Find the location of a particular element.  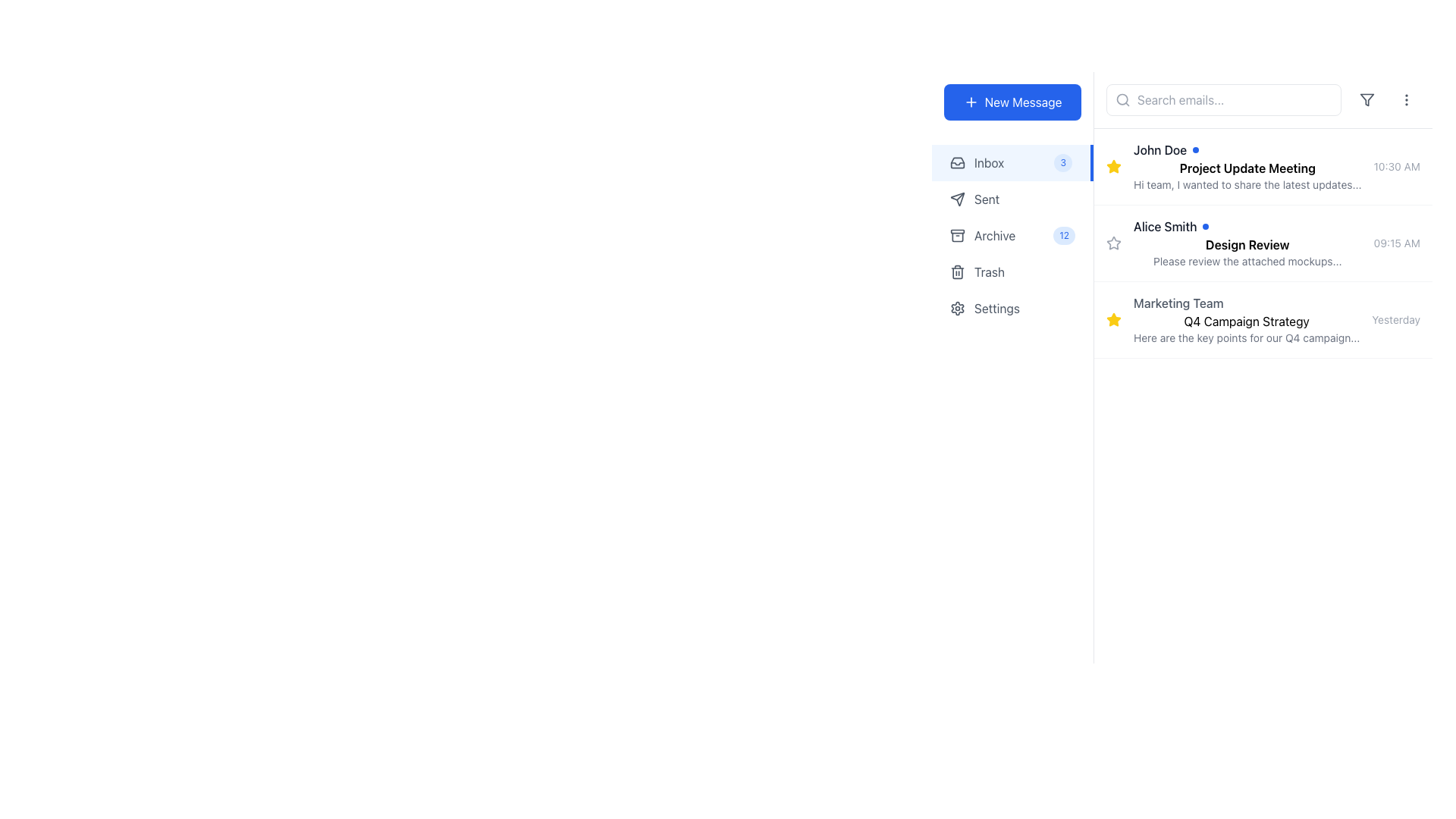

the filter button located in the top-right corner of the horizontal bar, adjacent to the three vertical dots icon is located at coordinates (1367, 99).